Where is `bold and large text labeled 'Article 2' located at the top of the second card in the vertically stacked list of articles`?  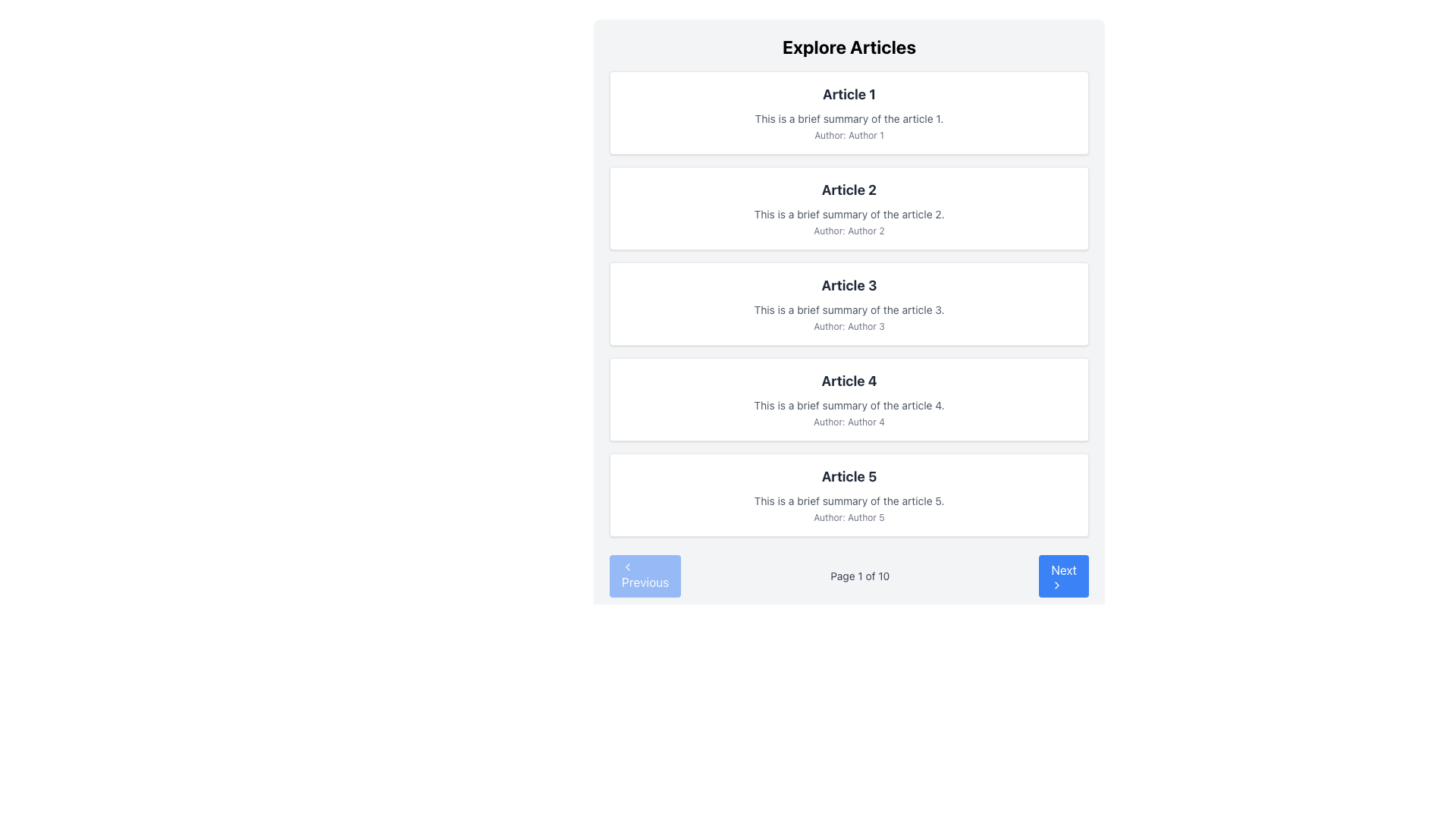
bold and large text labeled 'Article 2' located at the top of the second card in the vertically stacked list of articles is located at coordinates (848, 189).